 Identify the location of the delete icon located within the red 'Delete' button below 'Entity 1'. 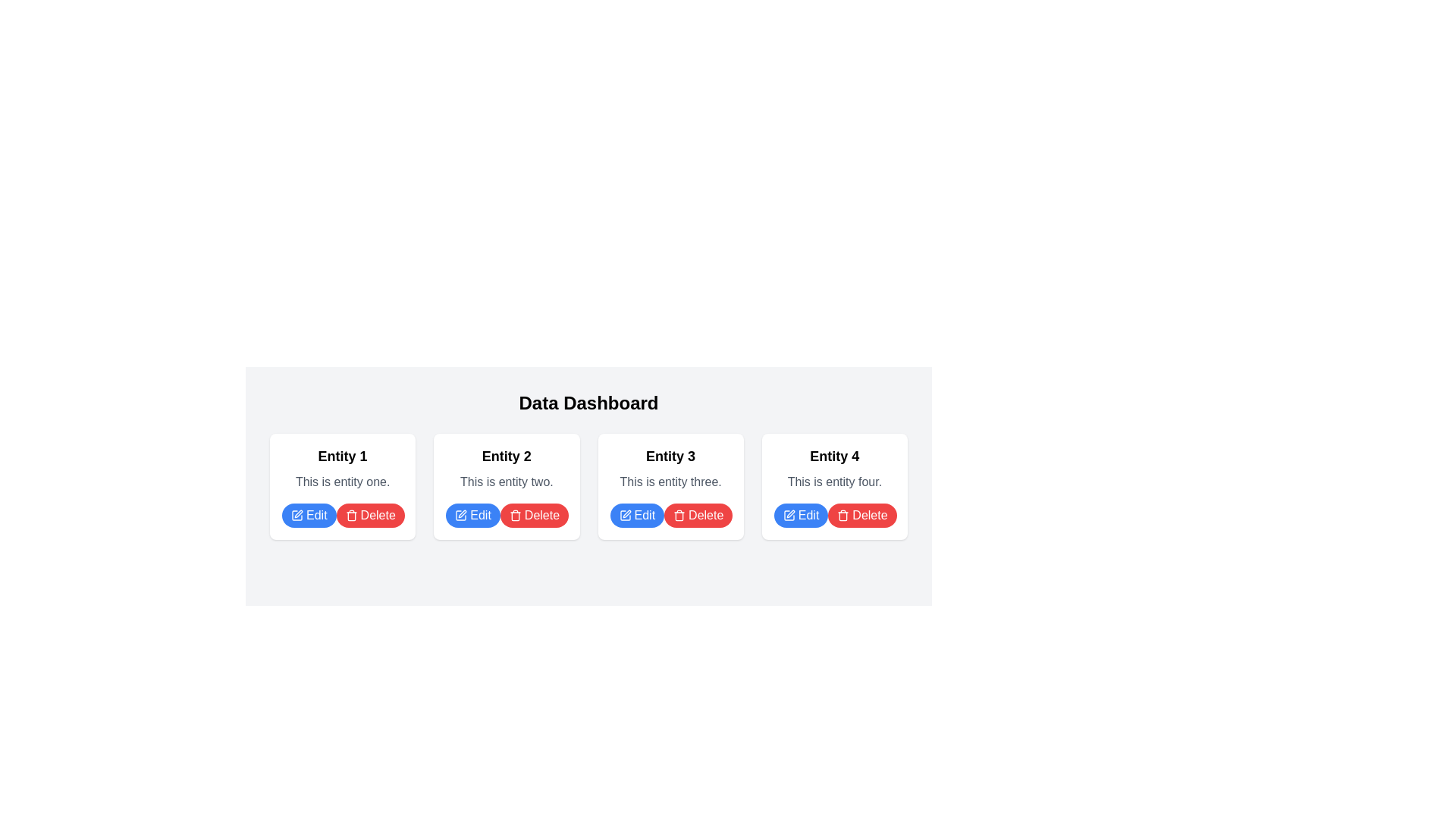
(515, 514).